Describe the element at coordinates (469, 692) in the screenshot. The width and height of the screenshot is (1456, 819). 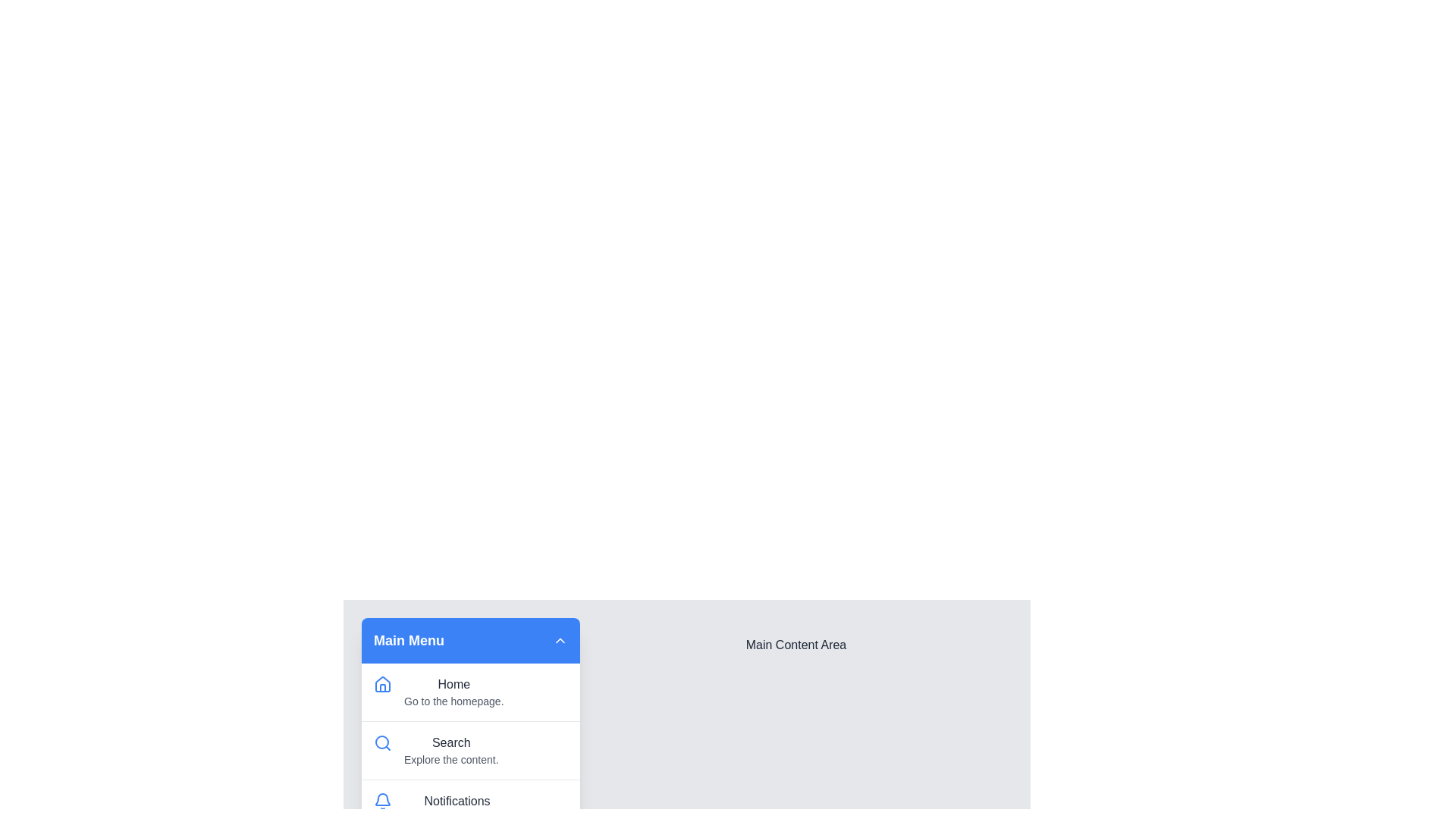
I see `the menu item Home to navigate or view details` at that location.